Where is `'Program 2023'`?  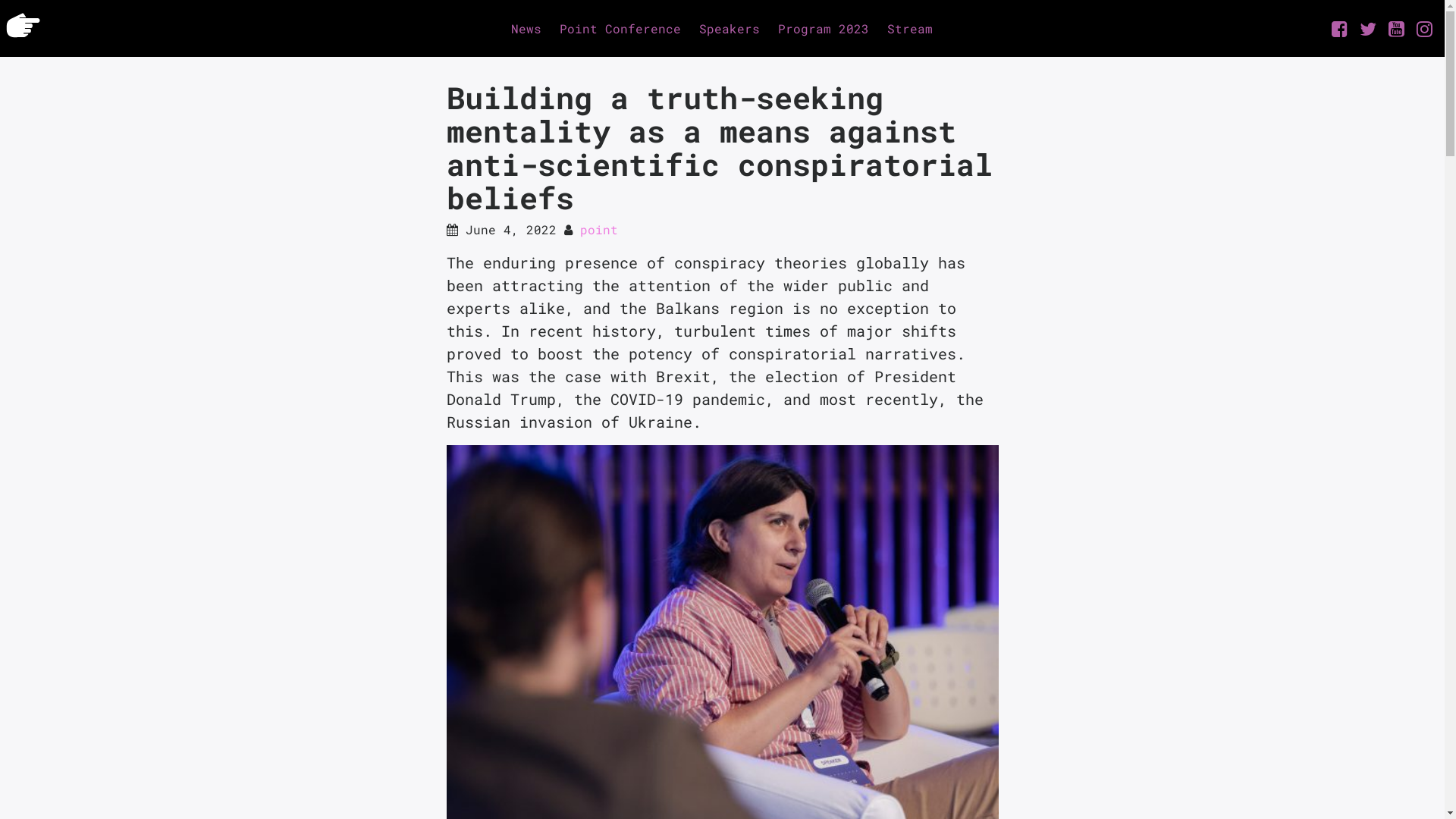
'Program 2023' is located at coordinates (768, 28).